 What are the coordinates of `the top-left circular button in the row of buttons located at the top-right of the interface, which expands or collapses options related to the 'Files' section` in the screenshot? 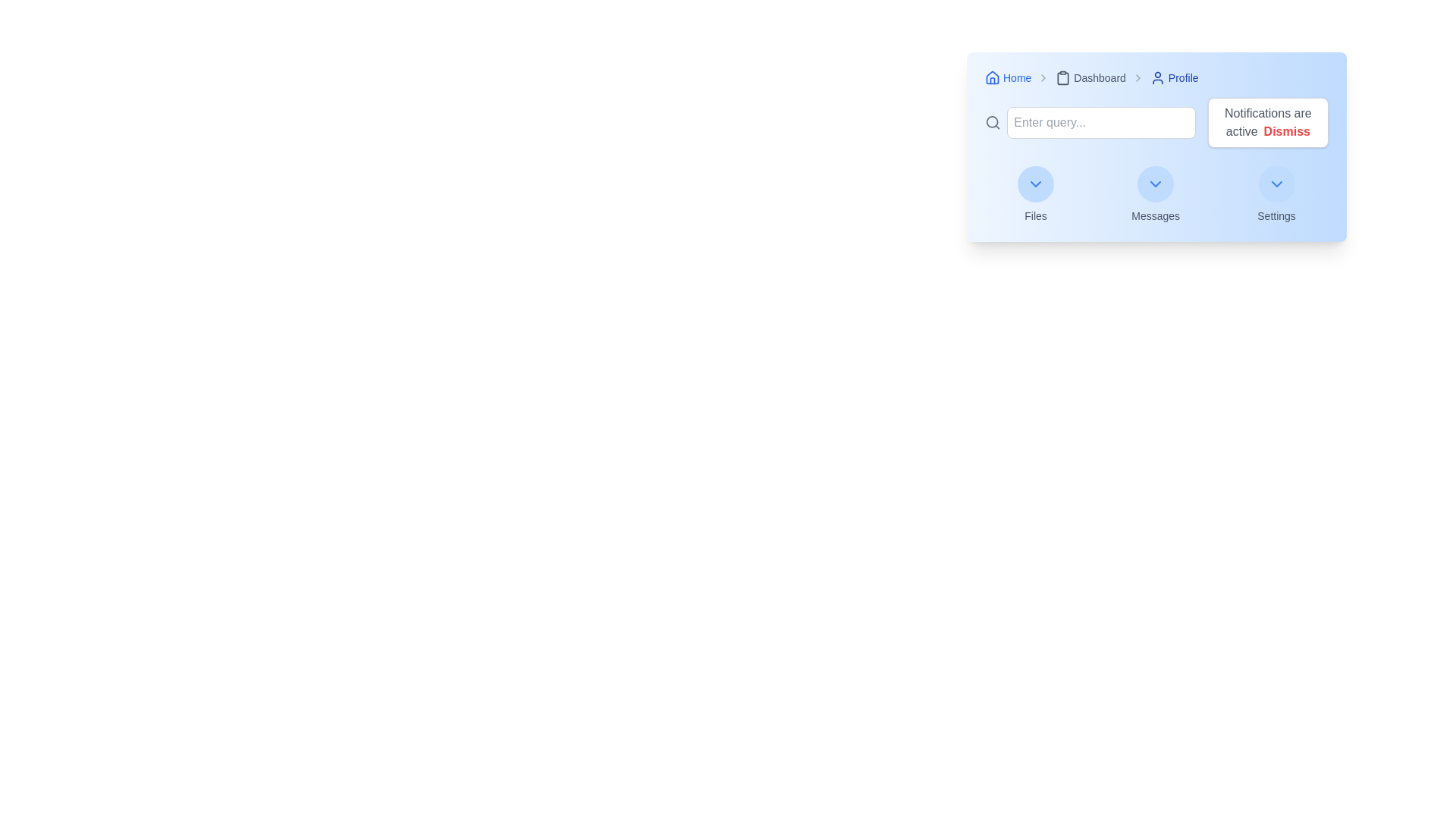 It's located at (1035, 184).